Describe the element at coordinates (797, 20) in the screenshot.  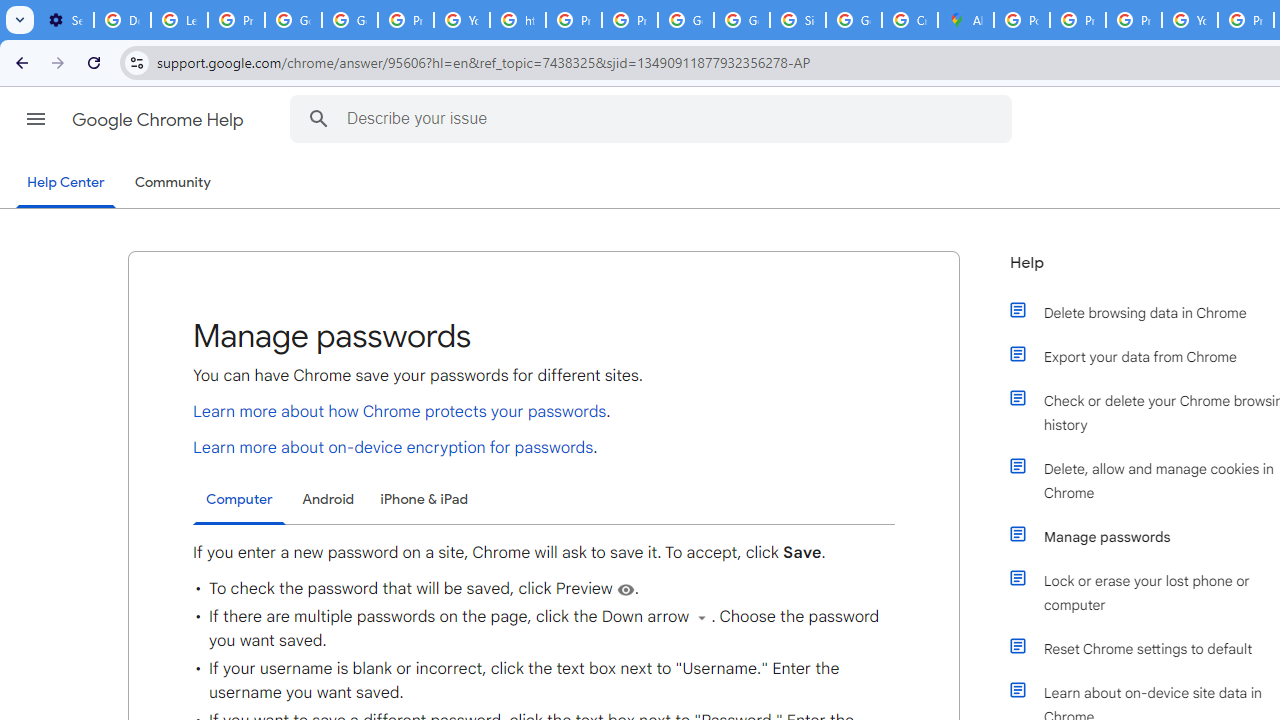
I see `'Sign in - Google Accounts'` at that location.